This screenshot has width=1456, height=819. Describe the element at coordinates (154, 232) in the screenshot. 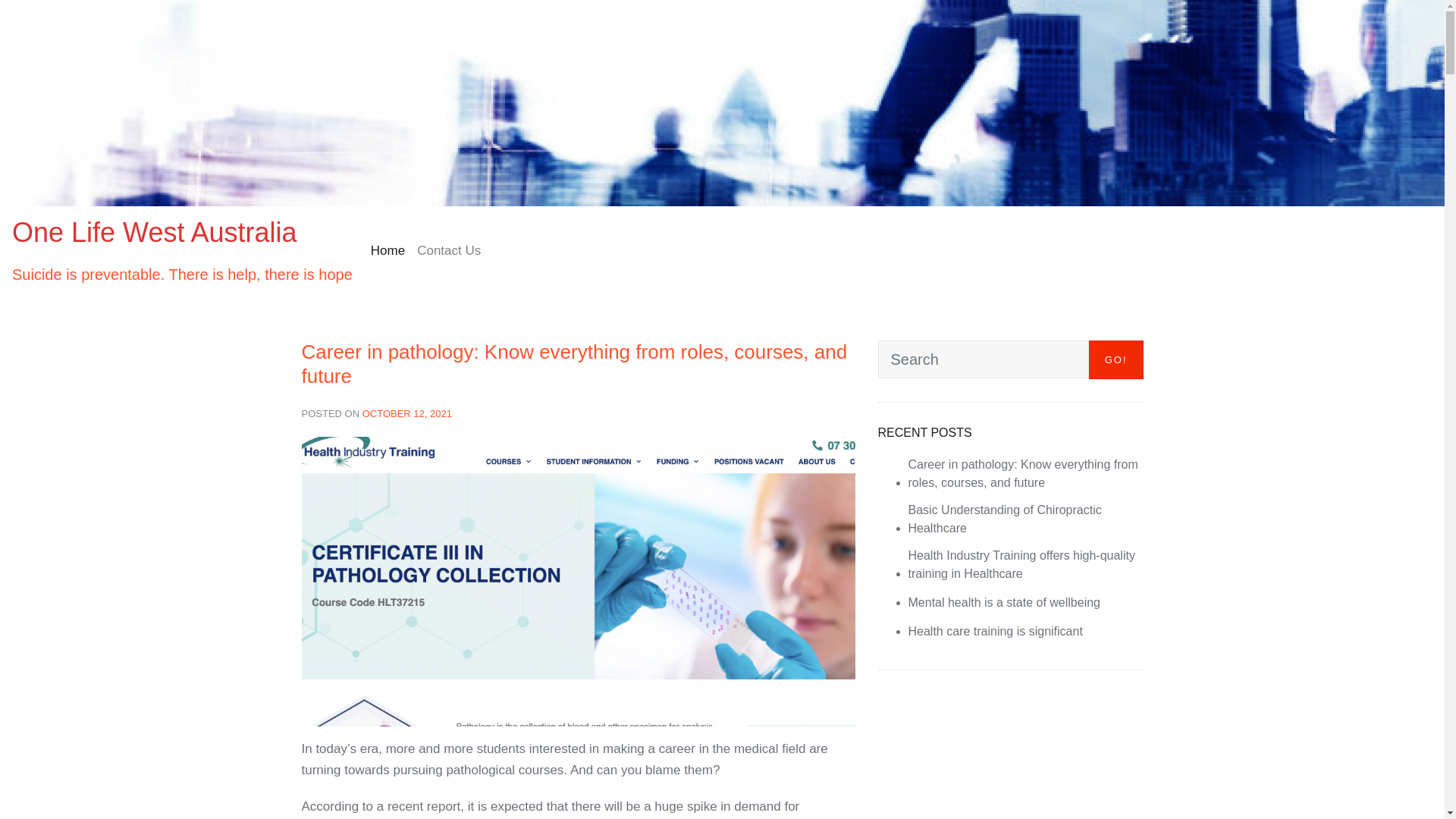

I see `'One Life West Australia'` at that location.